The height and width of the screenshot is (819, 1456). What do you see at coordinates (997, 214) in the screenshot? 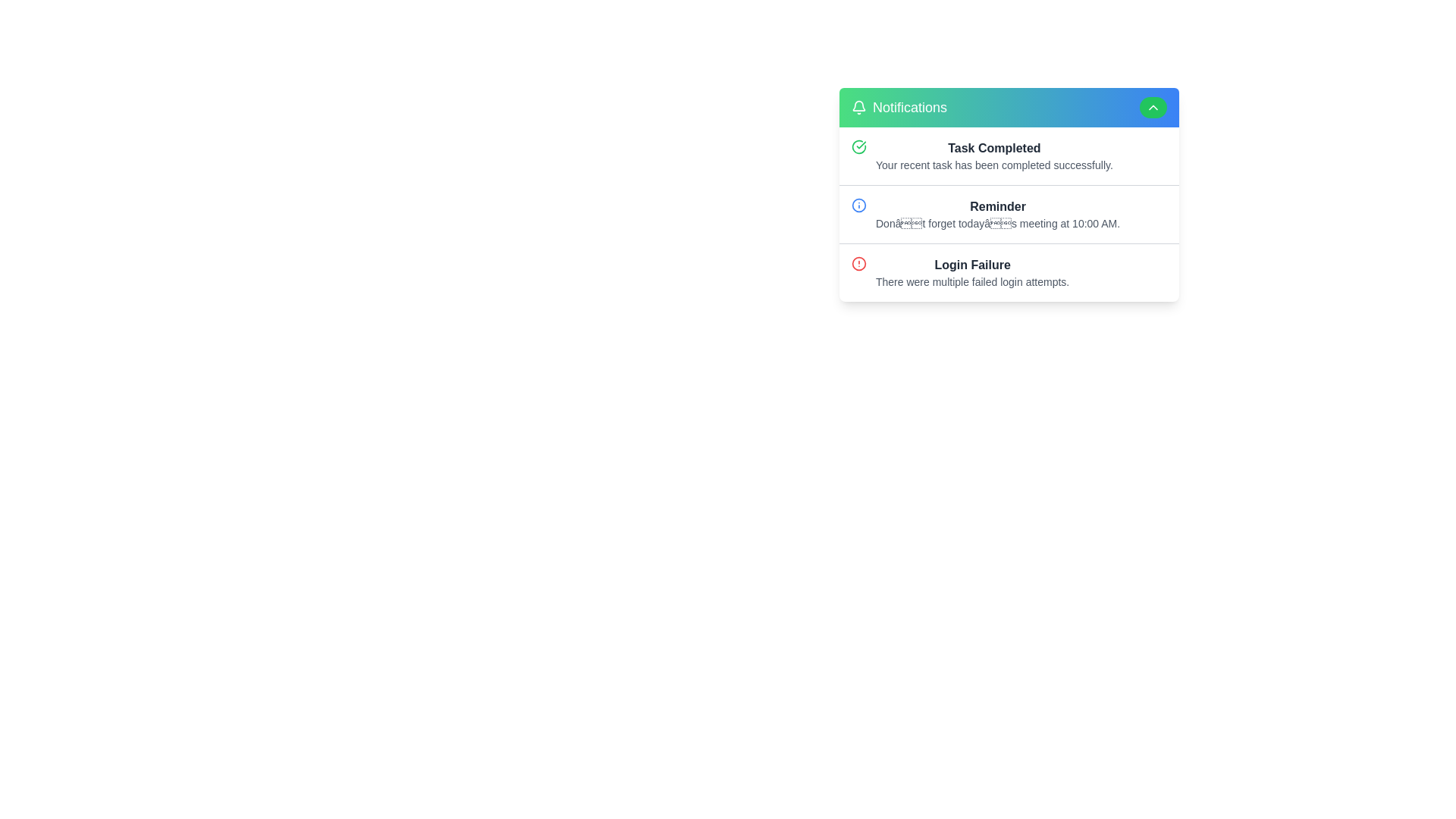
I see `the 'Reminder' notification text element that features a bold title and additional descriptive text, located between 'Task Completed' and 'Login Failure' notifications` at bounding box center [997, 214].